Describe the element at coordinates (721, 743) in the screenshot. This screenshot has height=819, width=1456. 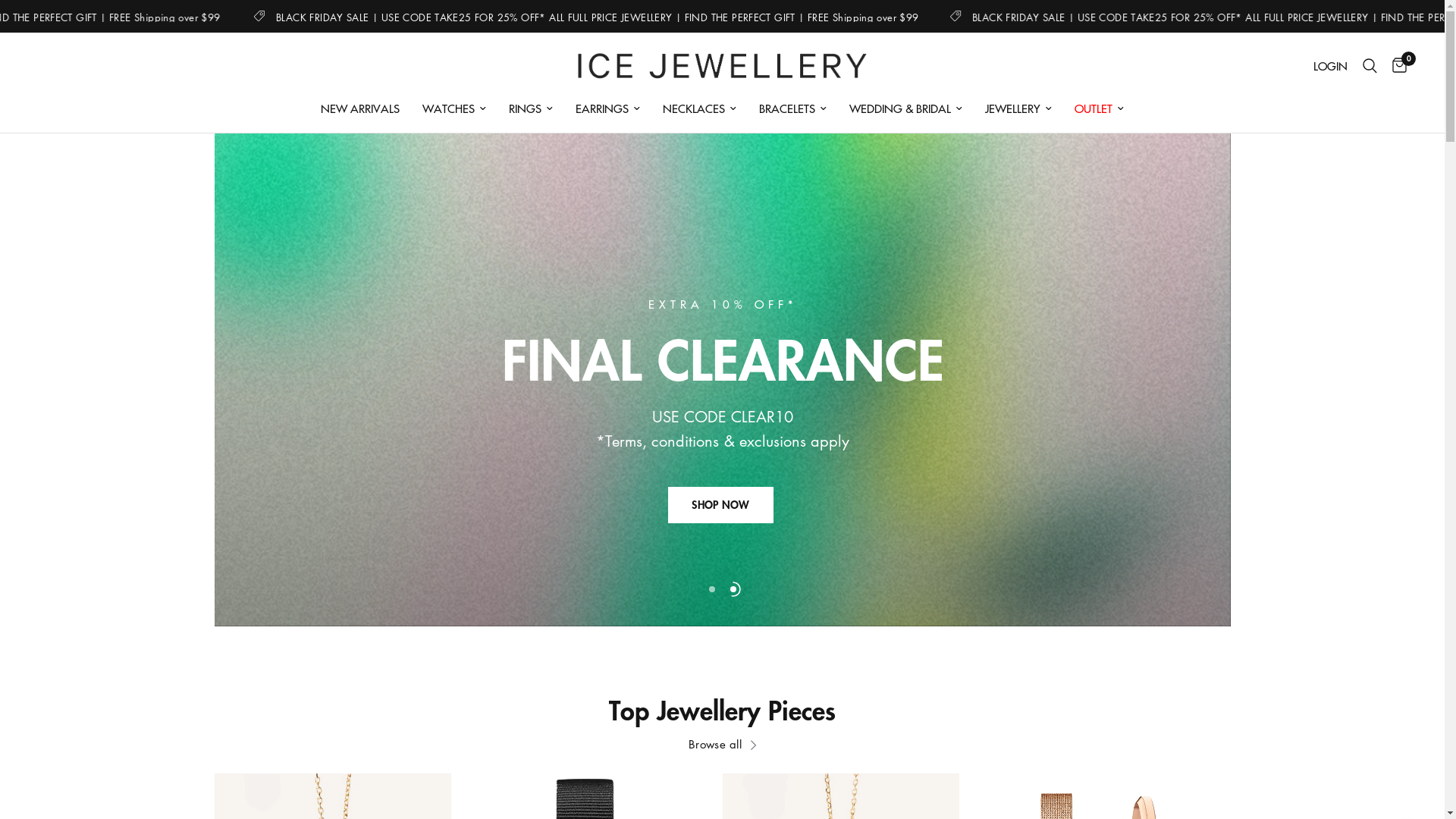
I see `'Browse all'` at that location.